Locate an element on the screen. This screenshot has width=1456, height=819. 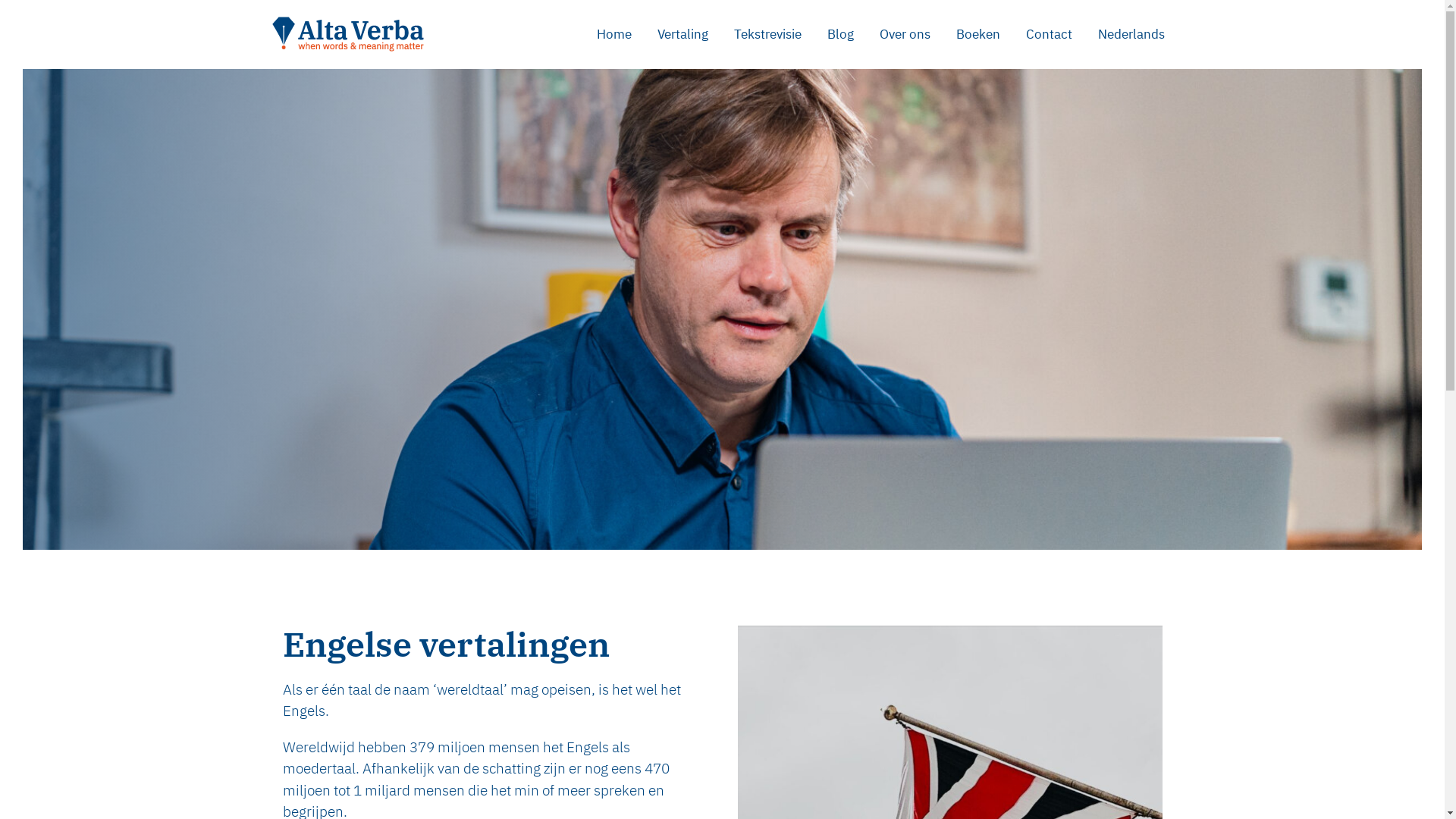
'Contact' is located at coordinates (1048, 34).